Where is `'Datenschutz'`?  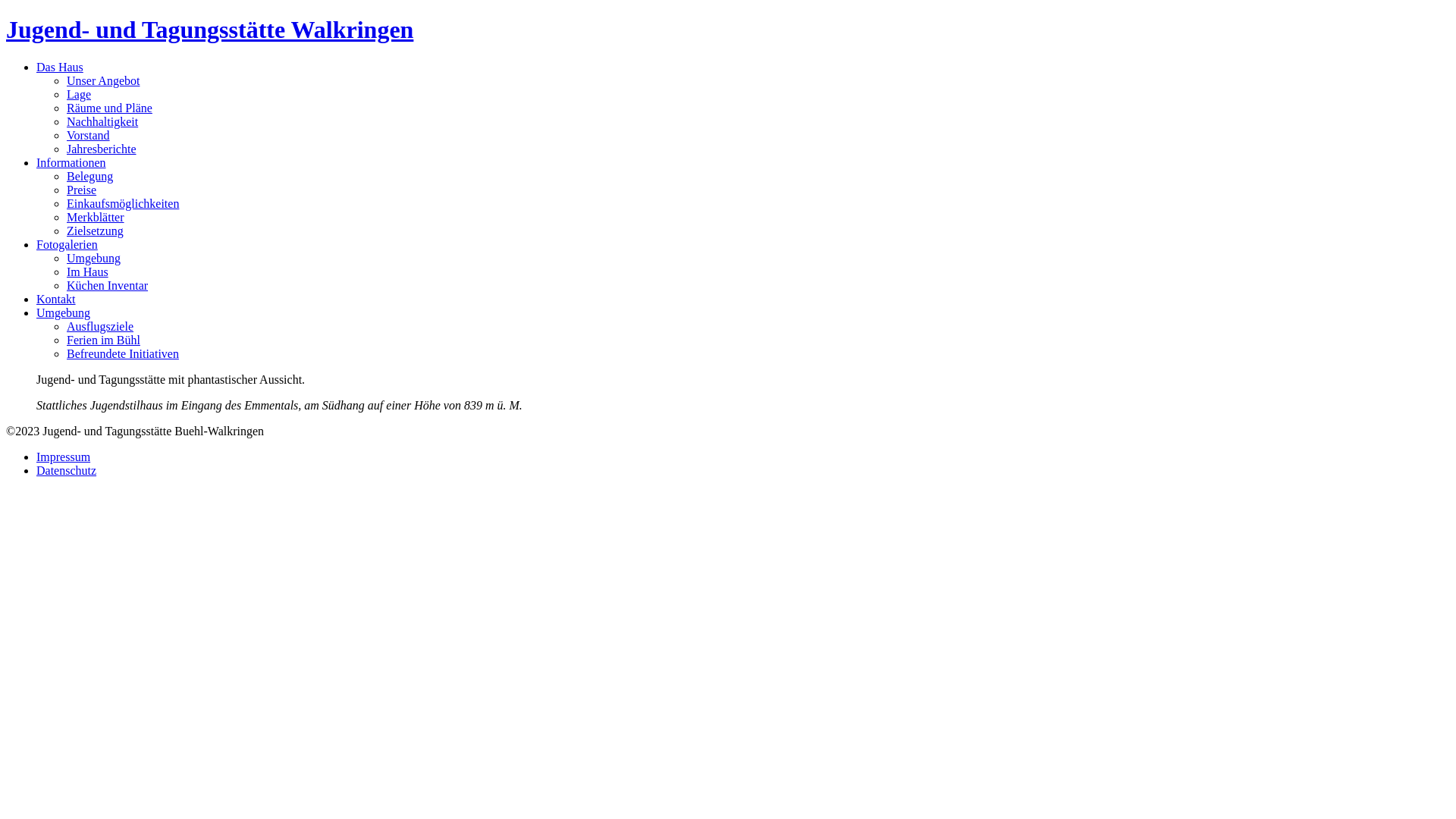
'Datenschutz' is located at coordinates (65, 469).